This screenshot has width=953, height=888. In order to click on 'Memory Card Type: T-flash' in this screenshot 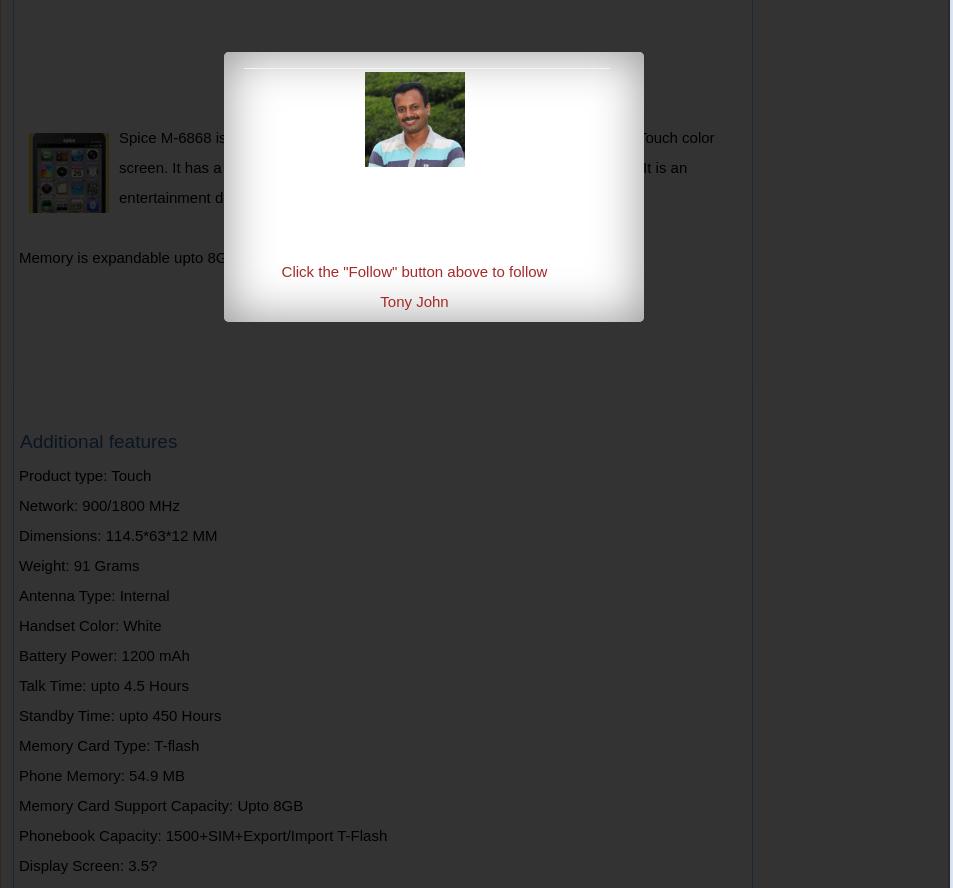, I will do `click(108, 744)`.